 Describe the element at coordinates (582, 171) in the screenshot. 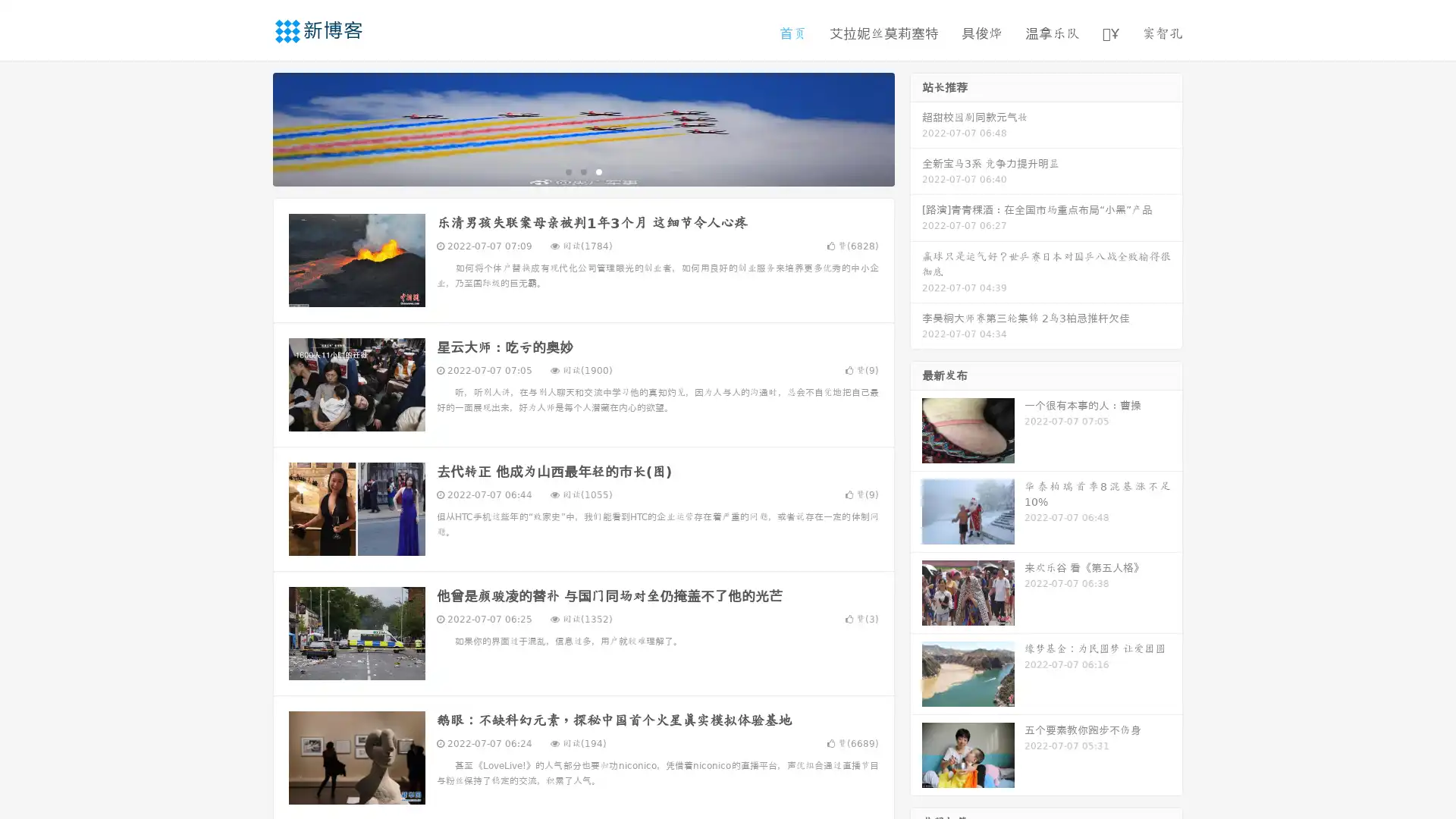

I see `Go to slide 2` at that location.